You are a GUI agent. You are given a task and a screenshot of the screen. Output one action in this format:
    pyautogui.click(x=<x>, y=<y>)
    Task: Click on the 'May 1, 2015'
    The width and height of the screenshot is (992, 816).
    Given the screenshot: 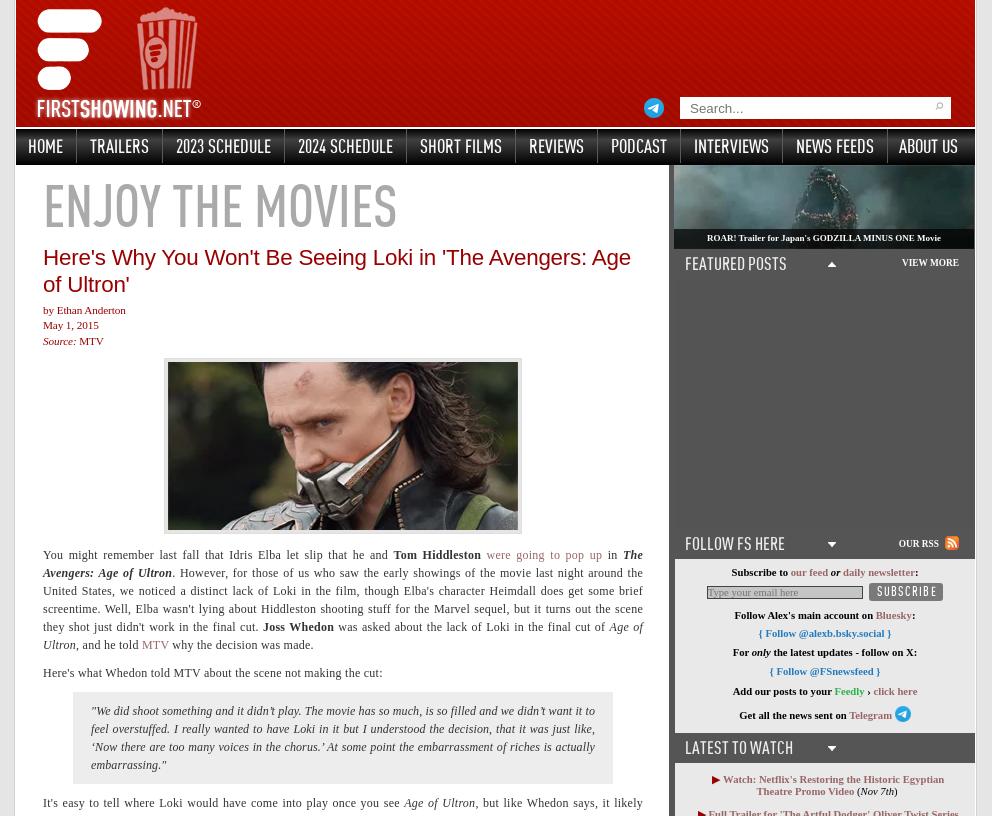 What is the action you would take?
    pyautogui.click(x=70, y=325)
    